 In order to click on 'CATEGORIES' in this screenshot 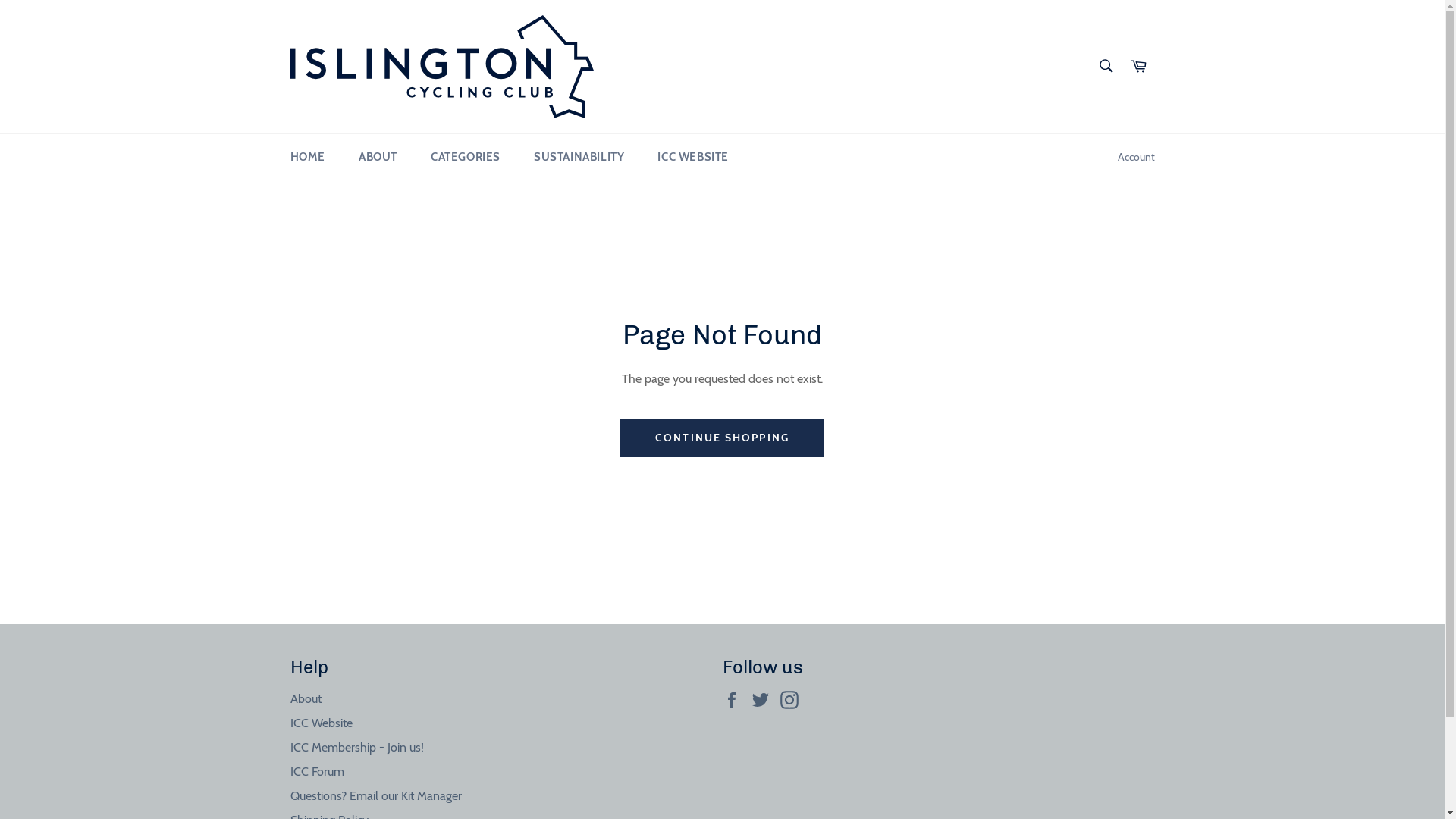, I will do `click(465, 157)`.